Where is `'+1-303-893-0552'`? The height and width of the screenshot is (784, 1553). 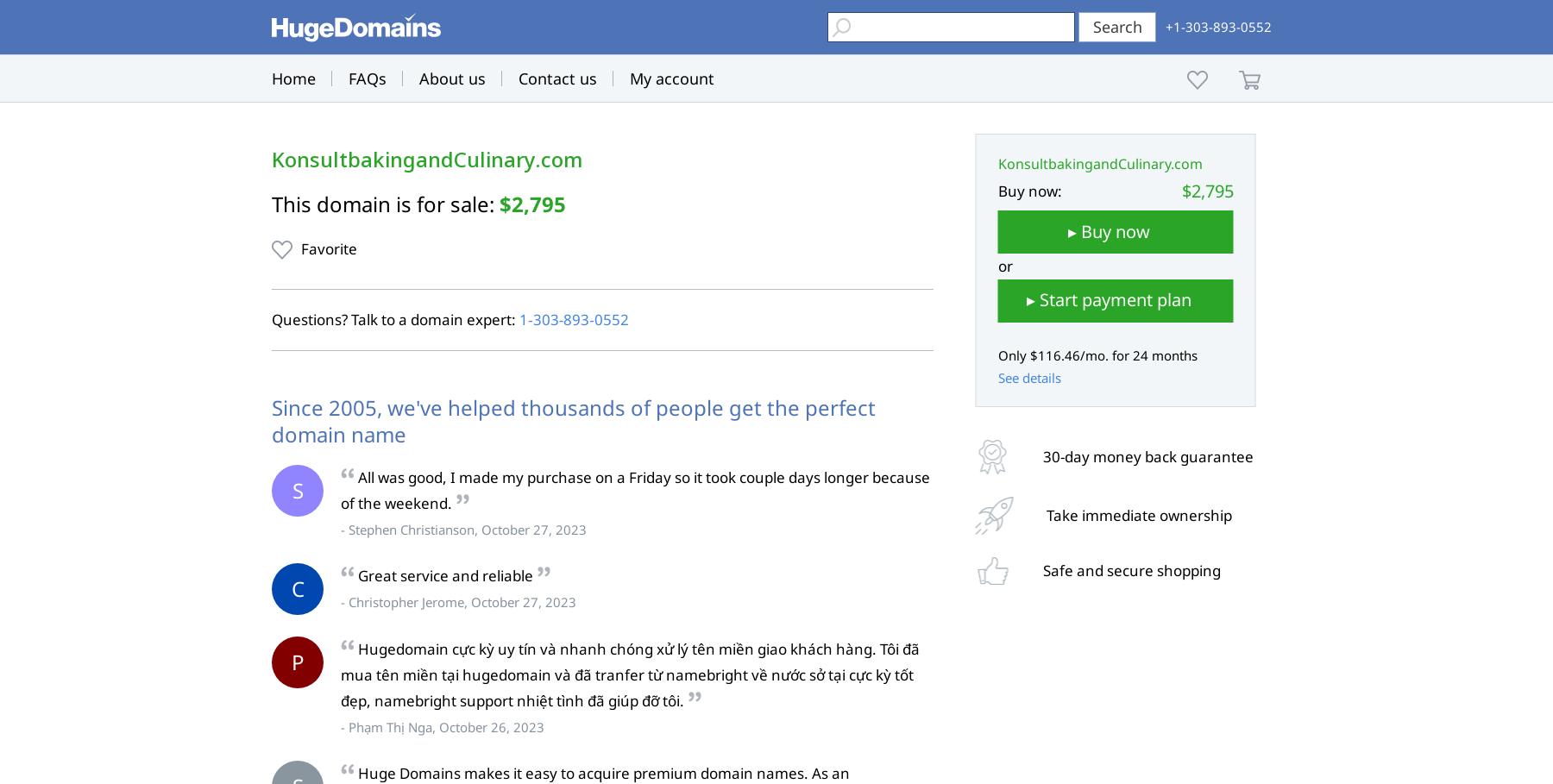 '+1-303-893-0552' is located at coordinates (1217, 25).